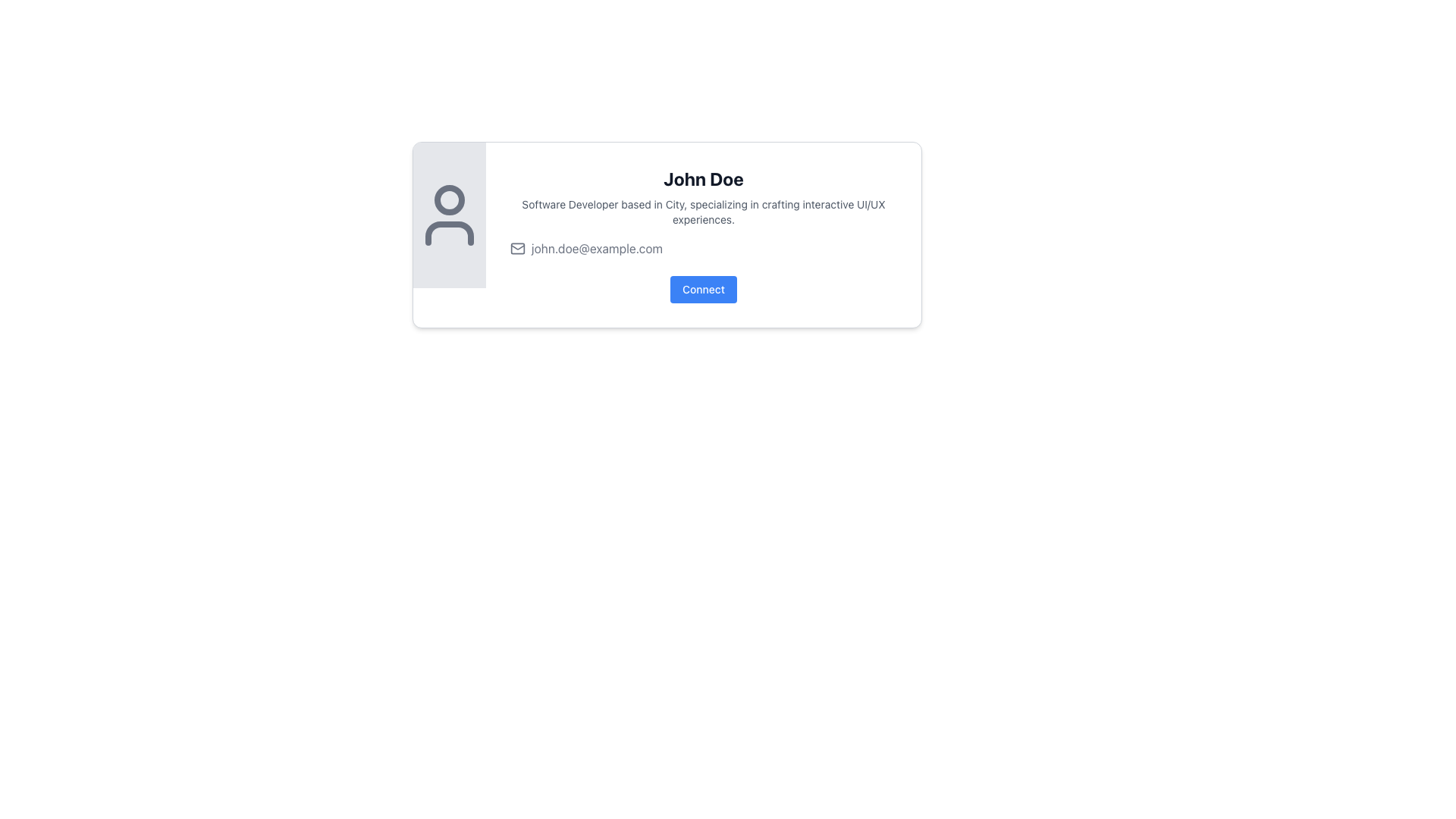  I want to click on the Profile Information Box that contains the name 'John Doe', a description of being a software developer, an email address line, and a blue 'Connect' button, so click(702, 234).